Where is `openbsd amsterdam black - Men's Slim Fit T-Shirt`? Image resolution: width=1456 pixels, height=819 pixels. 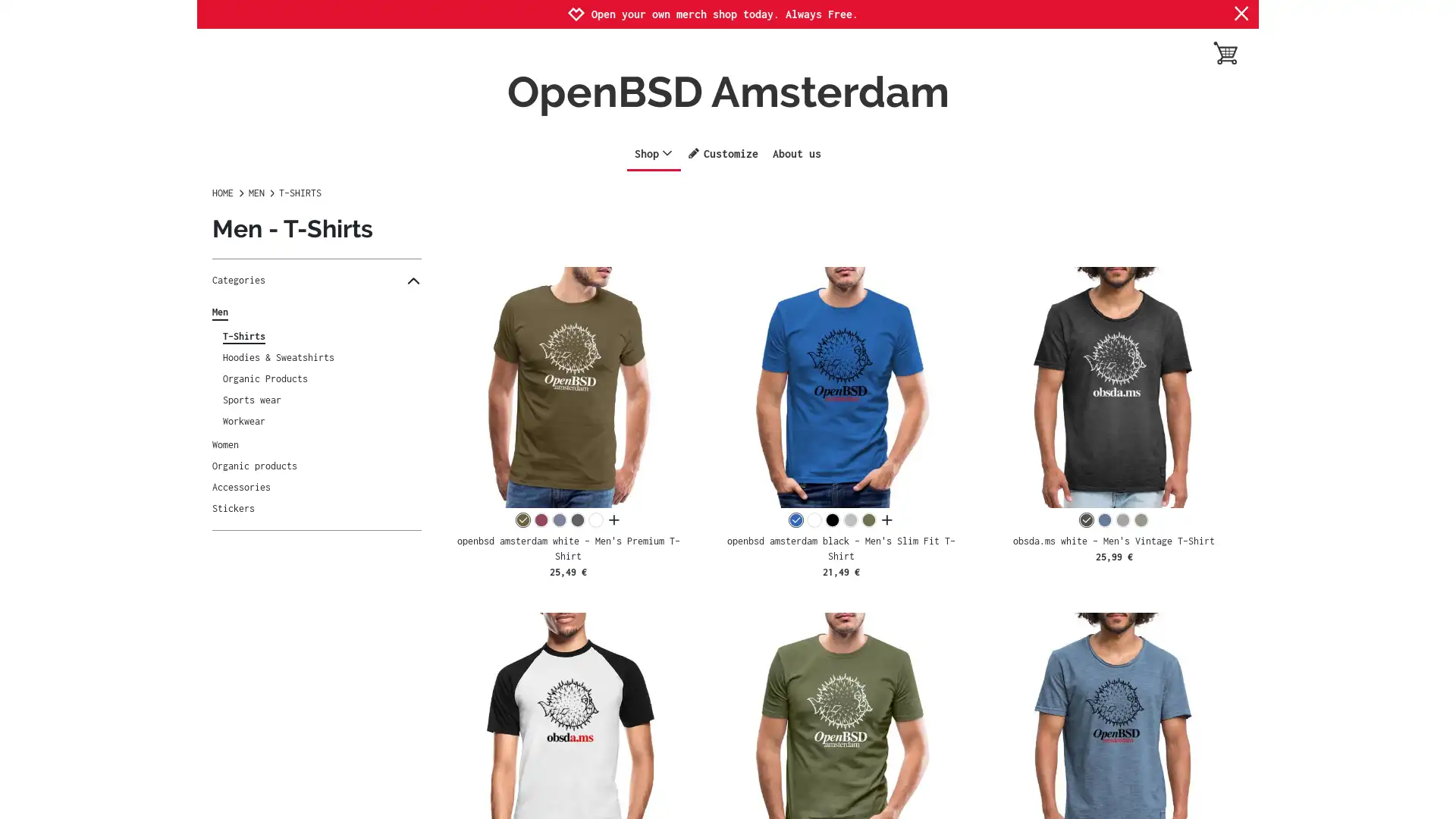
openbsd amsterdam black - Men's Slim Fit T-Shirt is located at coordinates (839, 386).